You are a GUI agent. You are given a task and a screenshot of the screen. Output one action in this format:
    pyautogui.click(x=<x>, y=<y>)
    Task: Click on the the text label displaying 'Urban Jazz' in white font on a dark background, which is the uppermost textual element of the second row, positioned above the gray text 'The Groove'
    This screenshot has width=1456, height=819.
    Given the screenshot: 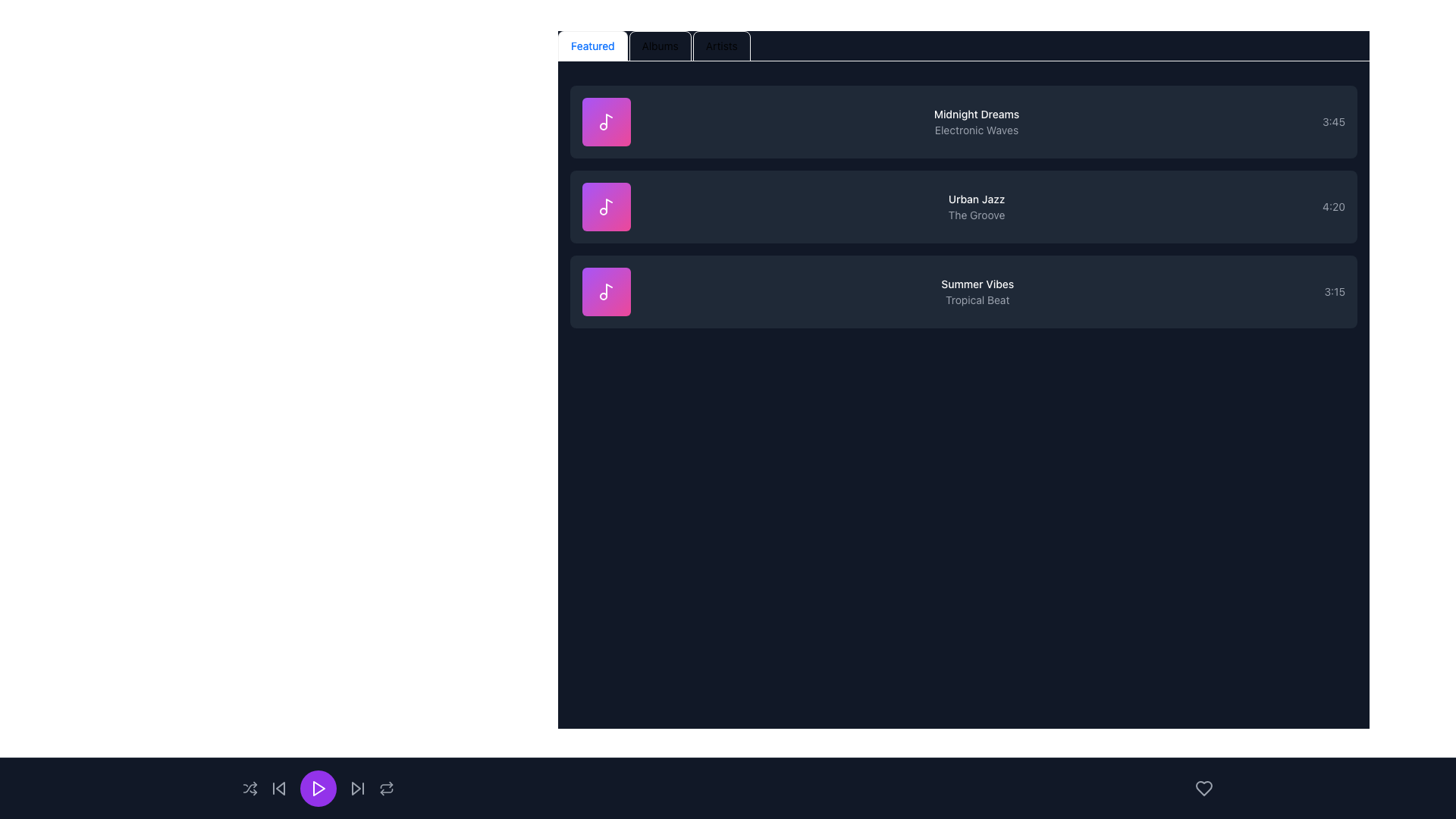 What is the action you would take?
    pyautogui.click(x=977, y=198)
    